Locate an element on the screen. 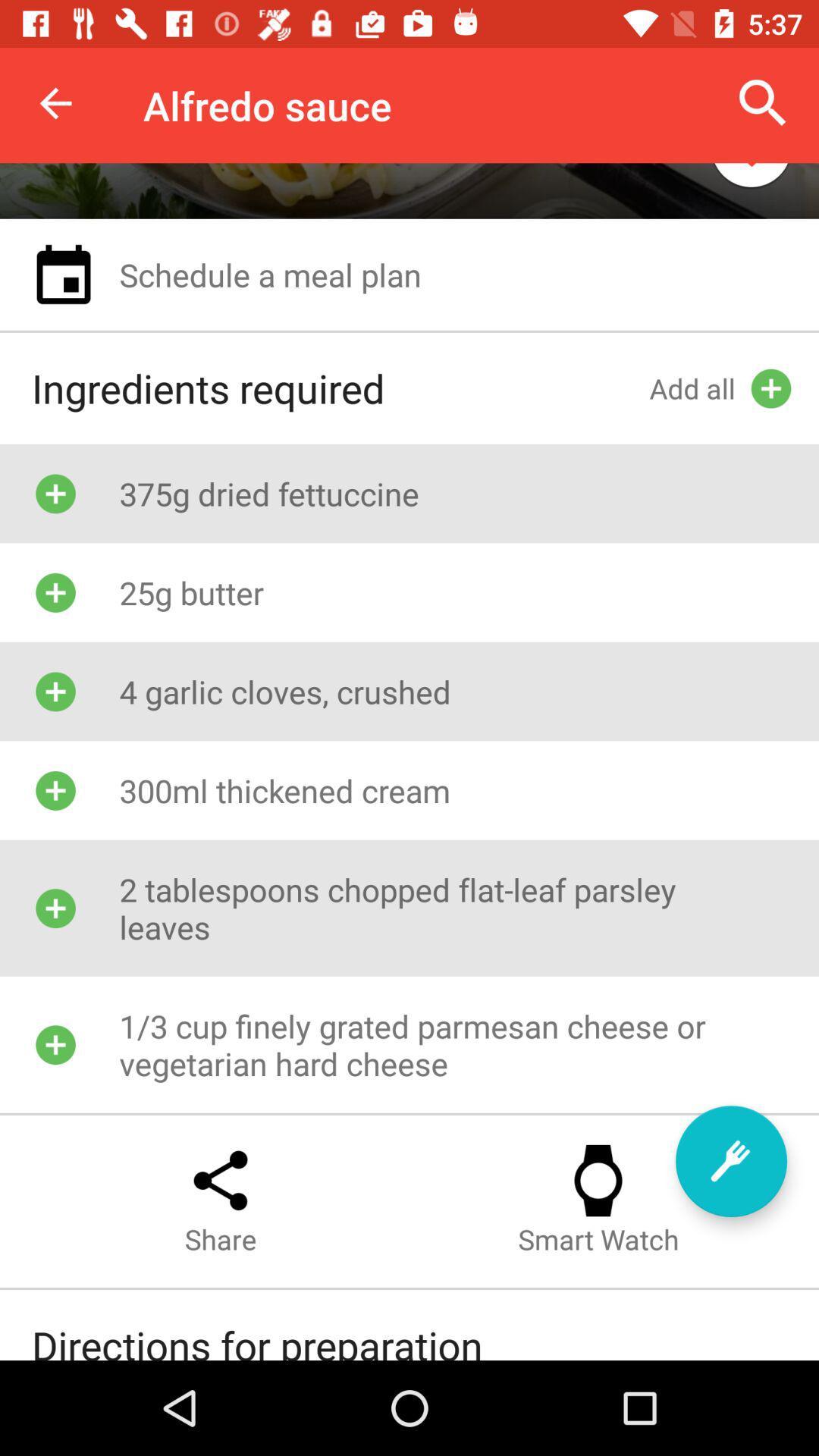 The width and height of the screenshot is (819, 1456). cook is located at coordinates (730, 1160).